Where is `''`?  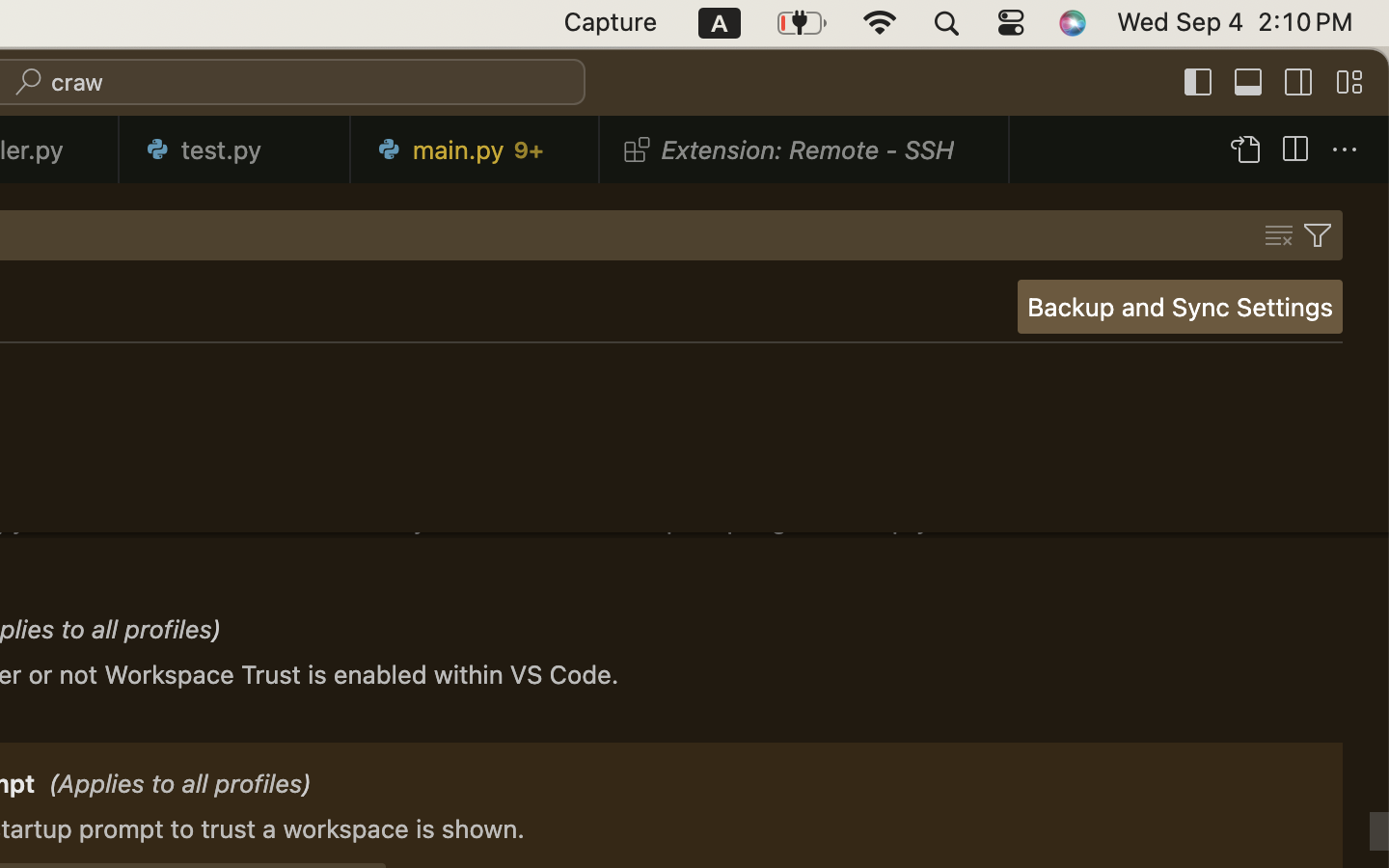 '' is located at coordinates (1248, 82).